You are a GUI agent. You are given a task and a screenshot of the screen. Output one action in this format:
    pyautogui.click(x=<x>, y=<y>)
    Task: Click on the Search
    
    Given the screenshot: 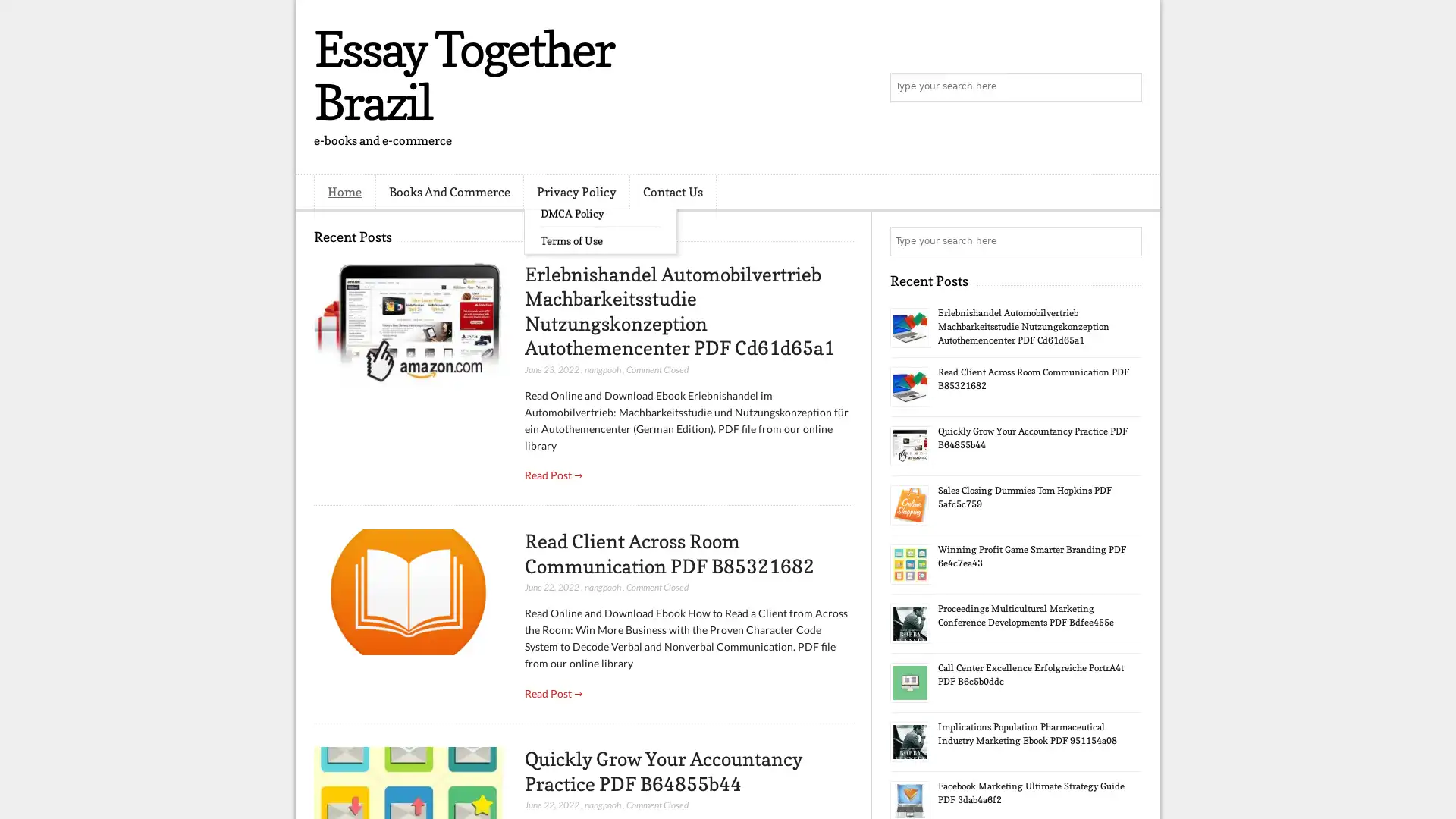 What is the action you would take?
    pyautogui.click(x=1126, y=87)
    